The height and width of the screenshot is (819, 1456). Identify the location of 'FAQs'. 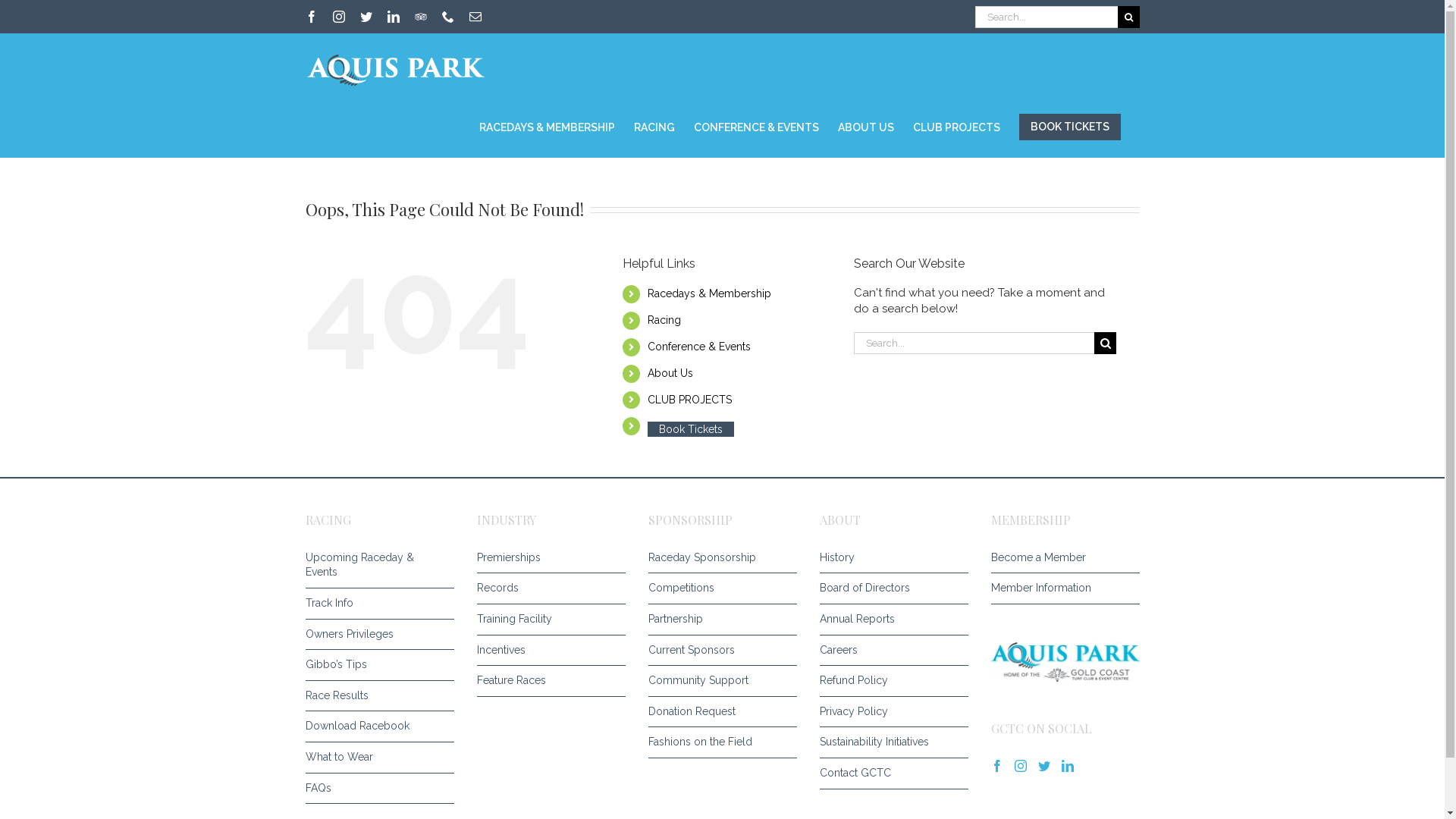
(304, 788).